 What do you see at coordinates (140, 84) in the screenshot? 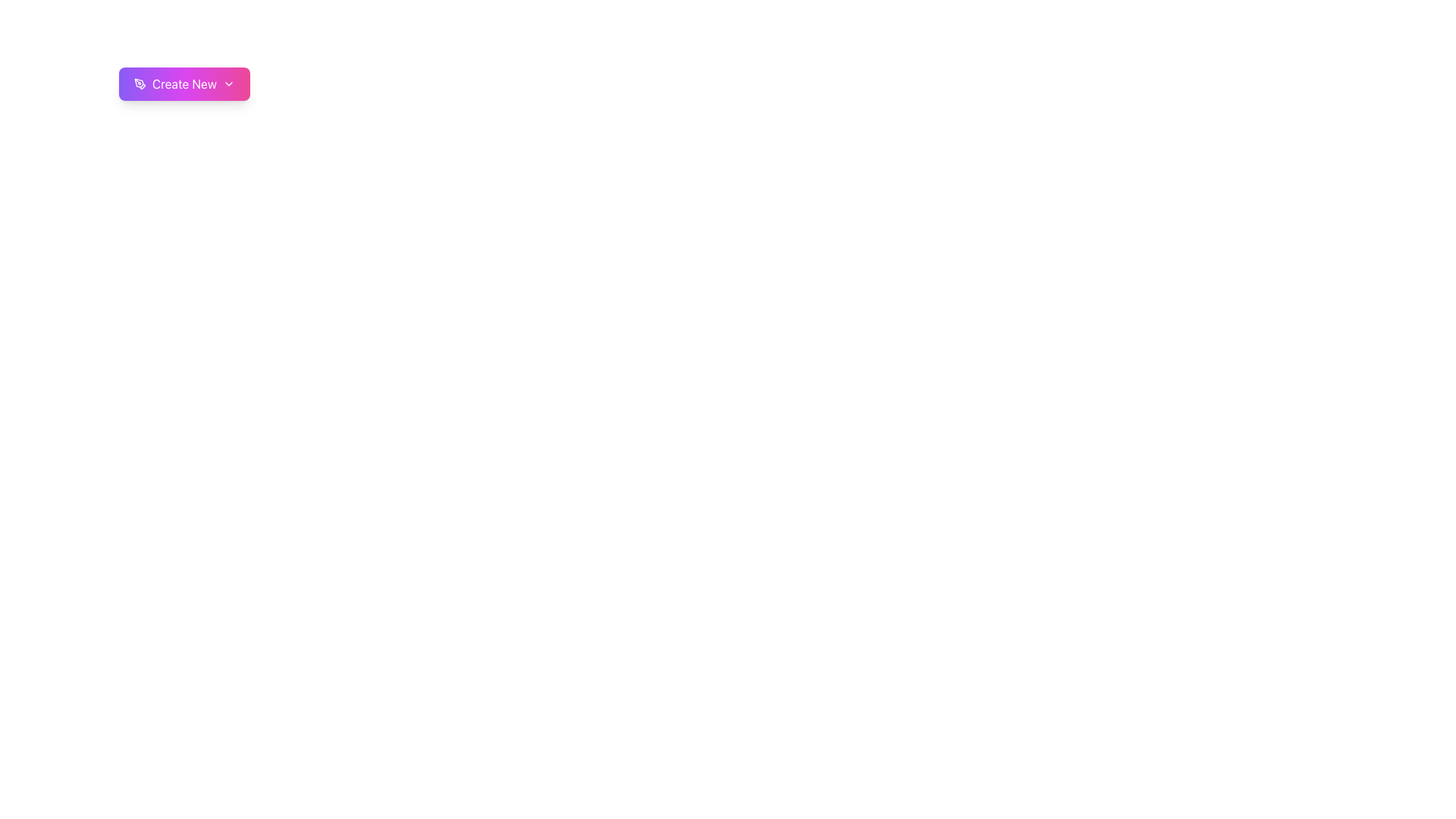
I see `the icon representing the 'Create New' action, located to the left of the text 'Create New' within a button group` at bounding box center [140, 84].